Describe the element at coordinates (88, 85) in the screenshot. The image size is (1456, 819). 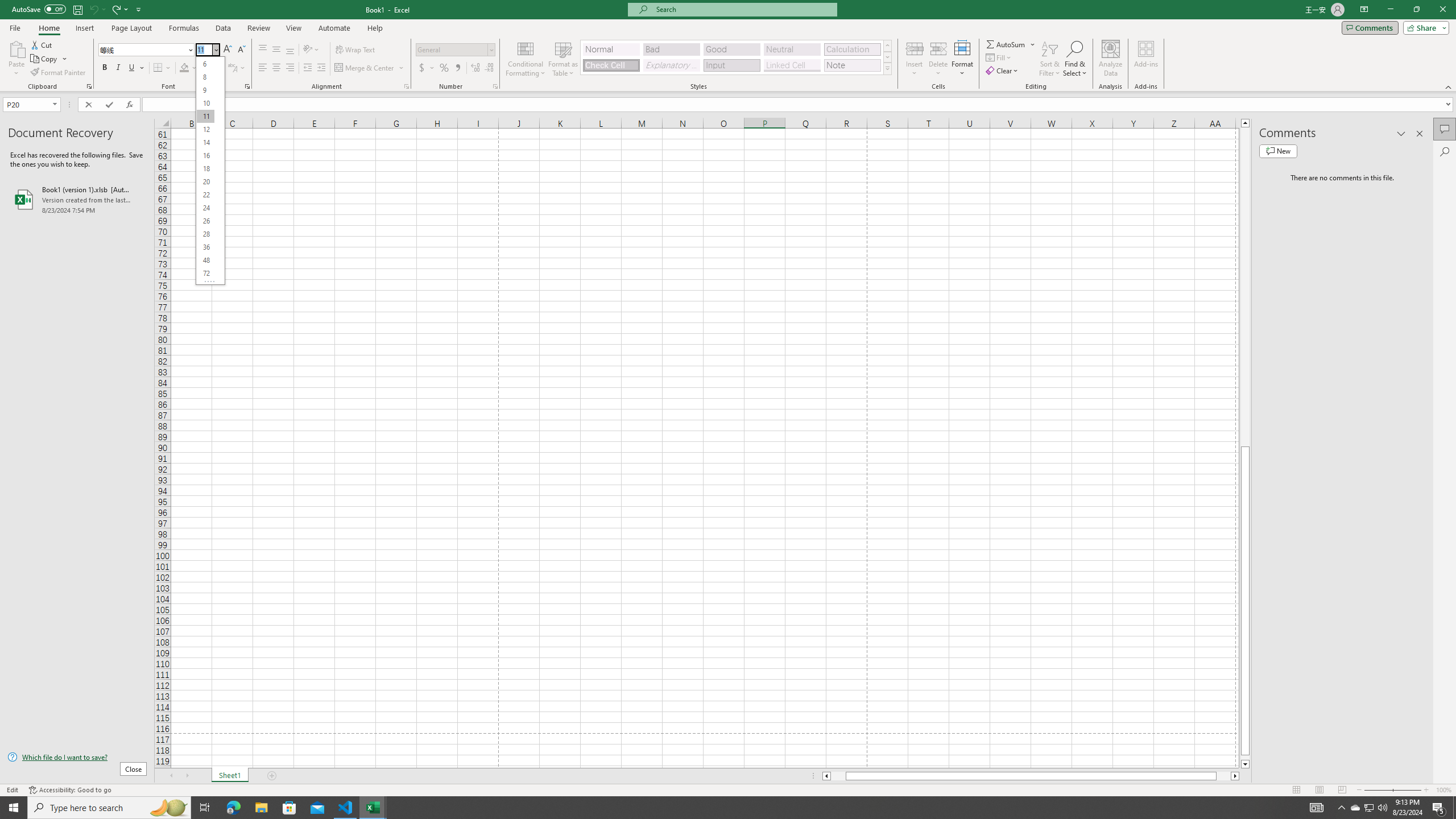
I see `'Office Clipboard...'` at that location.